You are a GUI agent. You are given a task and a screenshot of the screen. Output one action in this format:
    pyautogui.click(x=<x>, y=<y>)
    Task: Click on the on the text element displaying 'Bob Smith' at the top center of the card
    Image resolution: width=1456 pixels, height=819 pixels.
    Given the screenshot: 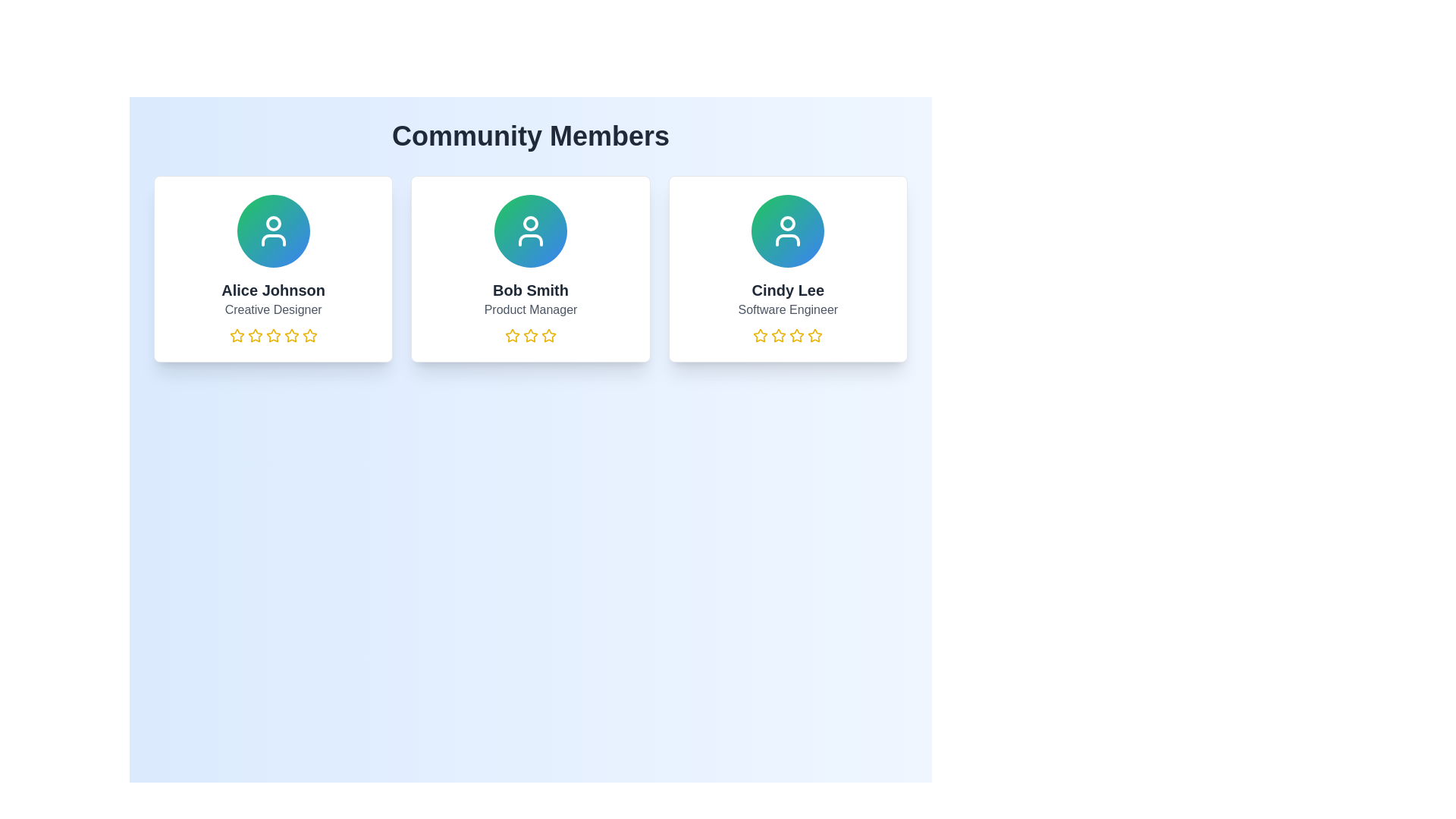 What is the action you would take?
    pyautogui.click(x=531, y=290)
    